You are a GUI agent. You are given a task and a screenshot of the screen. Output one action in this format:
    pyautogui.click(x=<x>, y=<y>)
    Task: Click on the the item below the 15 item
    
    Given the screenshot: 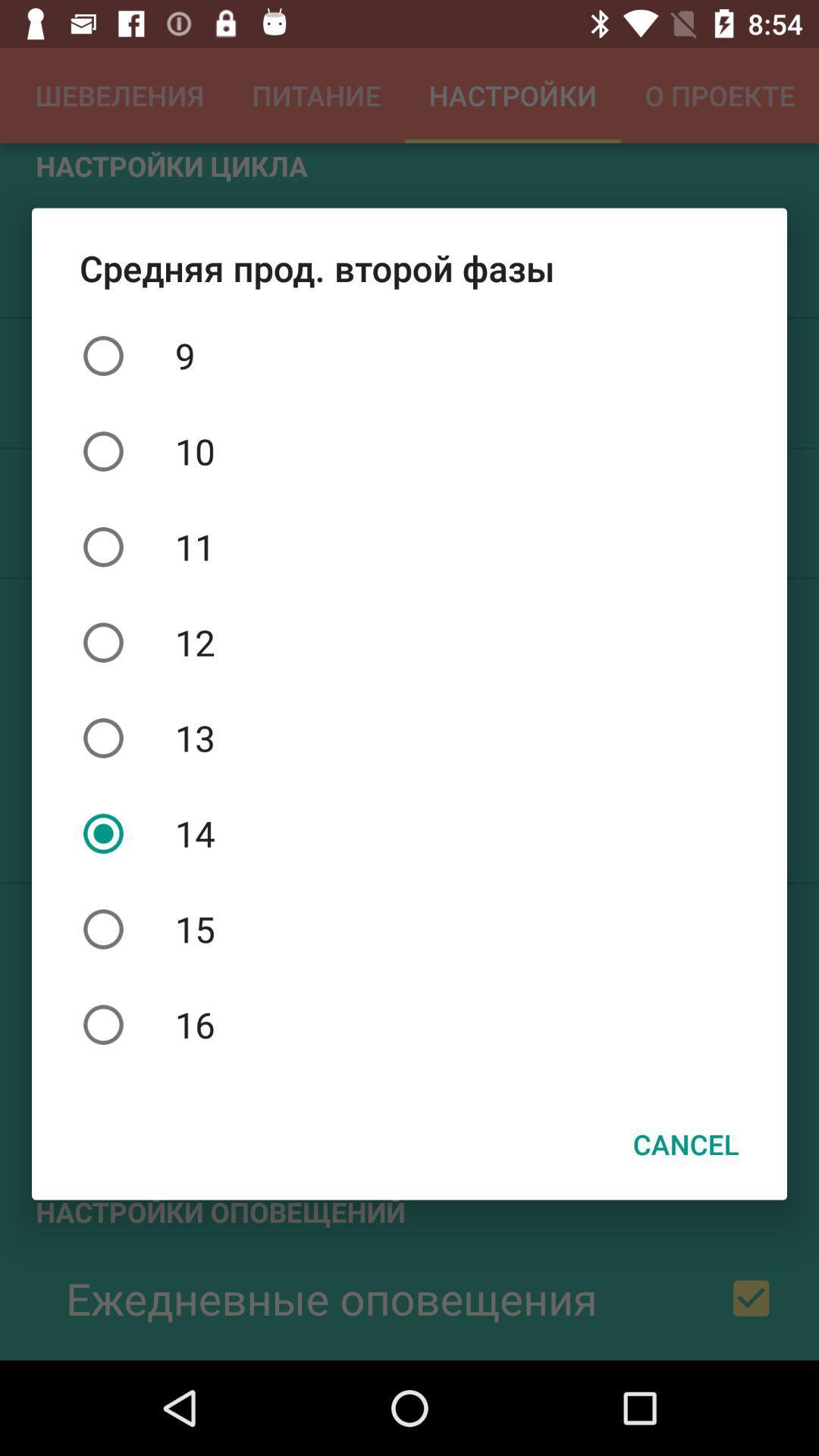 What is the action you would take?
    pyautogui.click(x=409, y=1025)
    